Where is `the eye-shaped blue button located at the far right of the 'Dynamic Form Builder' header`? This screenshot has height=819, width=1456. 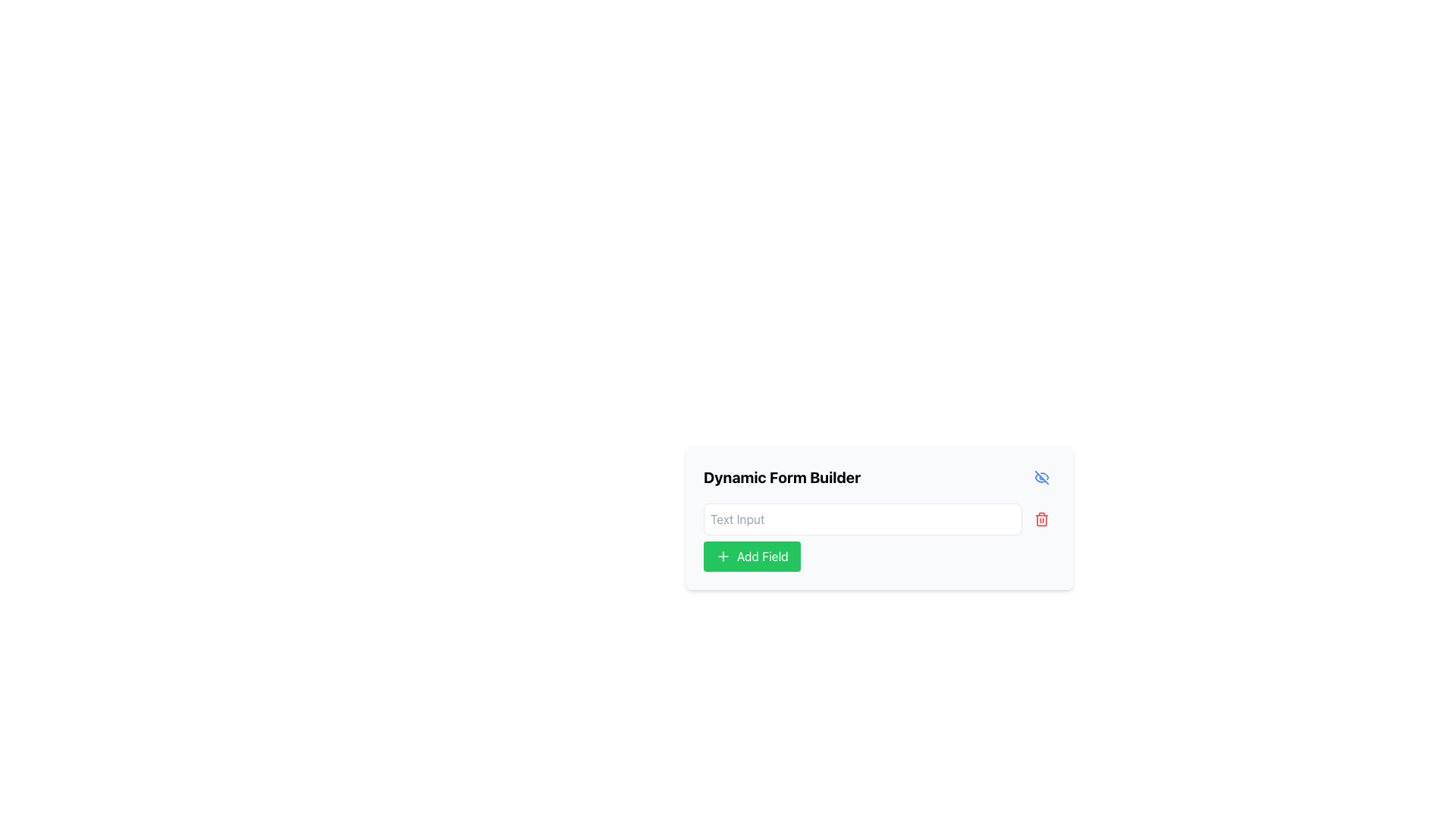 the eye-shaped blue button located at the far right of the 'Dynamic Form Builder' header is located at coordinates (1040, 476).